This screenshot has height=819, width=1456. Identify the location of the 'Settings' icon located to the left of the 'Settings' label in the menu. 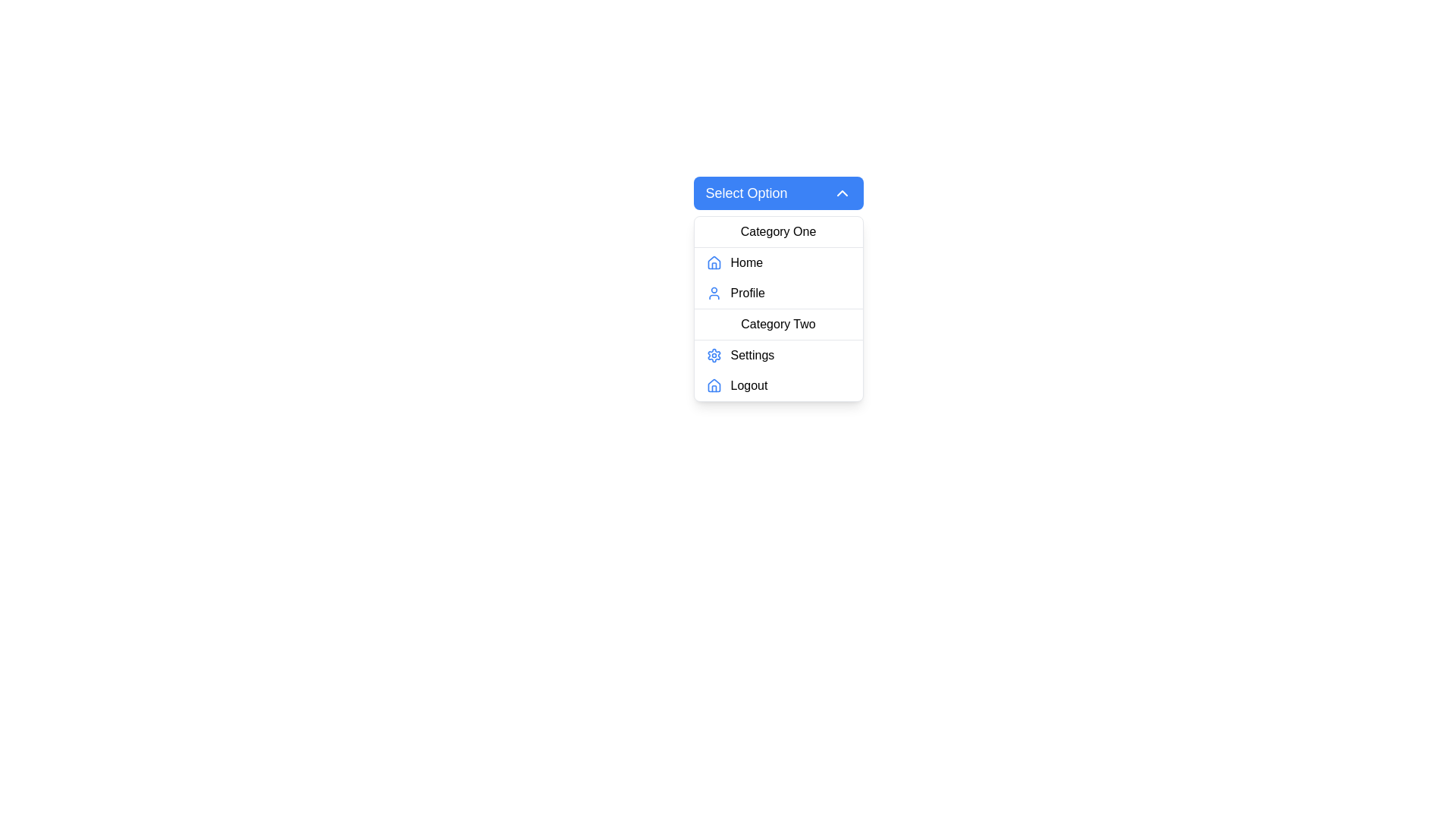
(713, 356).